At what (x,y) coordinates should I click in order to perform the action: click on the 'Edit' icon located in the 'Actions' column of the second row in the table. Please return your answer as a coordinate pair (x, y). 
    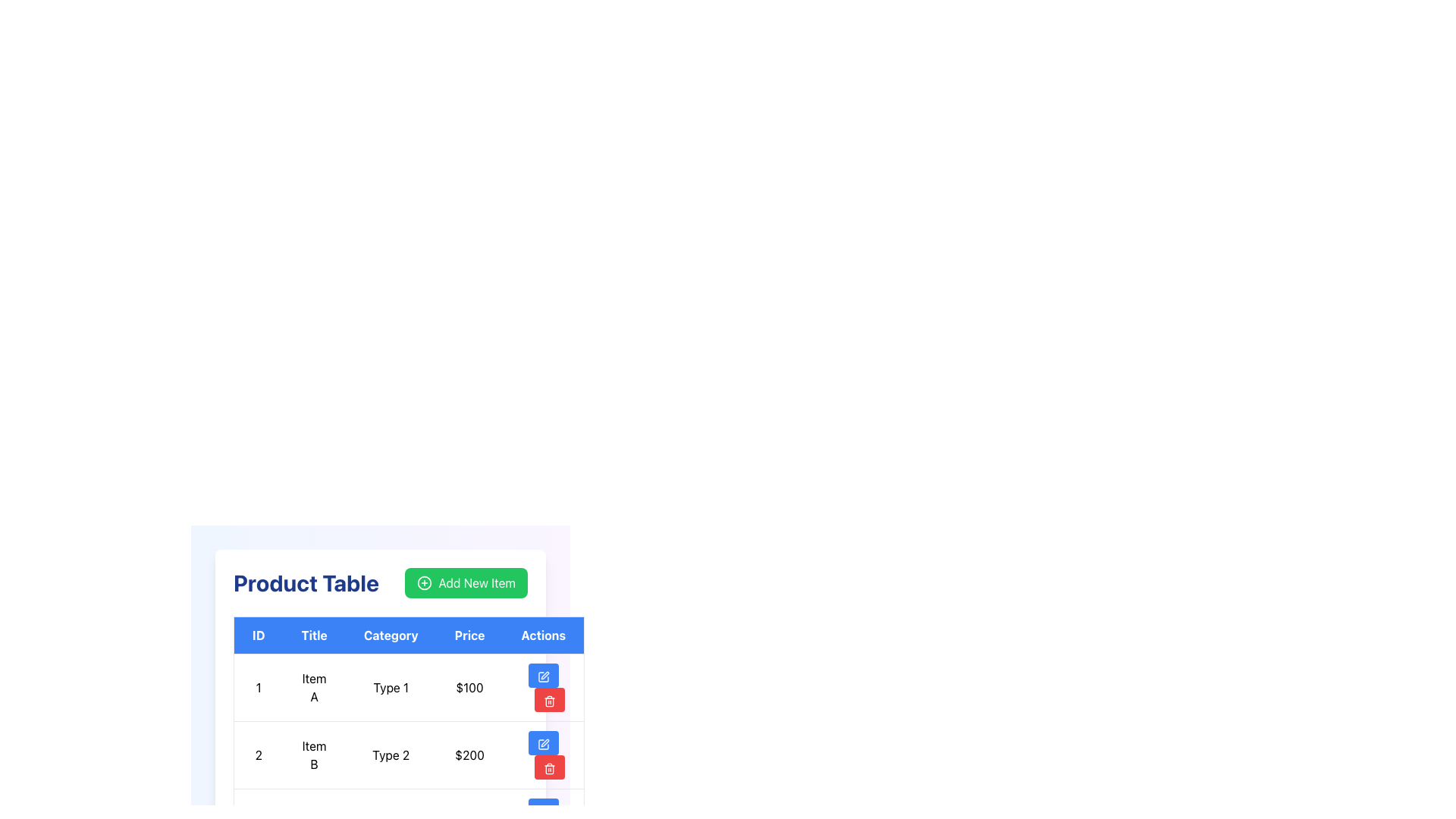
    Looking at the image, I should click on (544, 742).